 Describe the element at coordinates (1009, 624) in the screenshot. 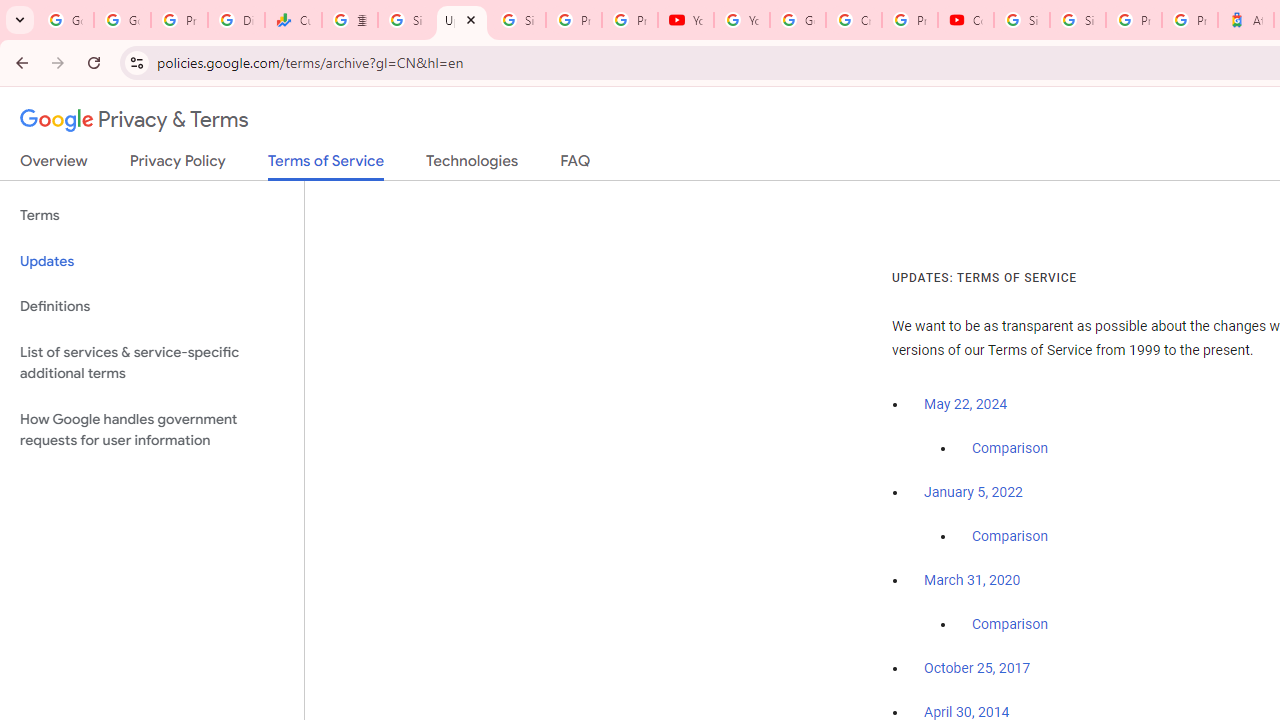

I see `'Comparison'` at that location.